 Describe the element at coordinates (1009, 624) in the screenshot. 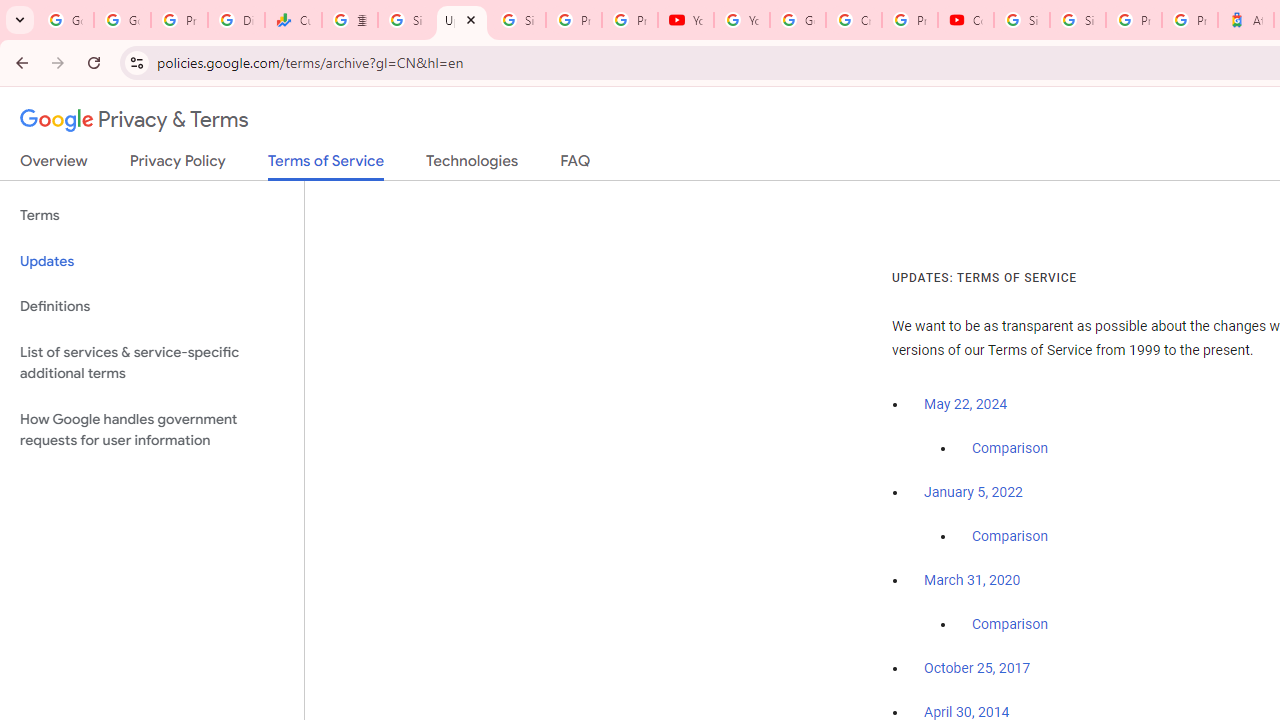

I see `'Comparison'` at that location.